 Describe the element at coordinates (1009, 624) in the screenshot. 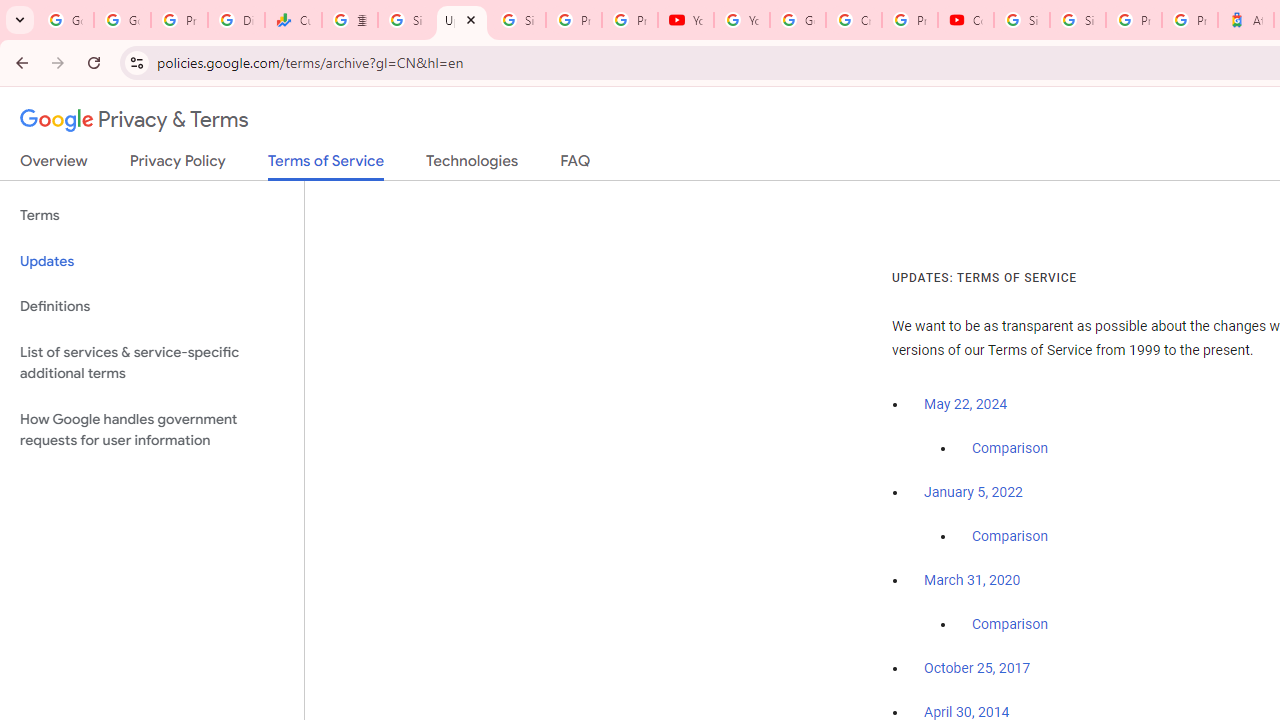

I see `'Comparison'` at that location.